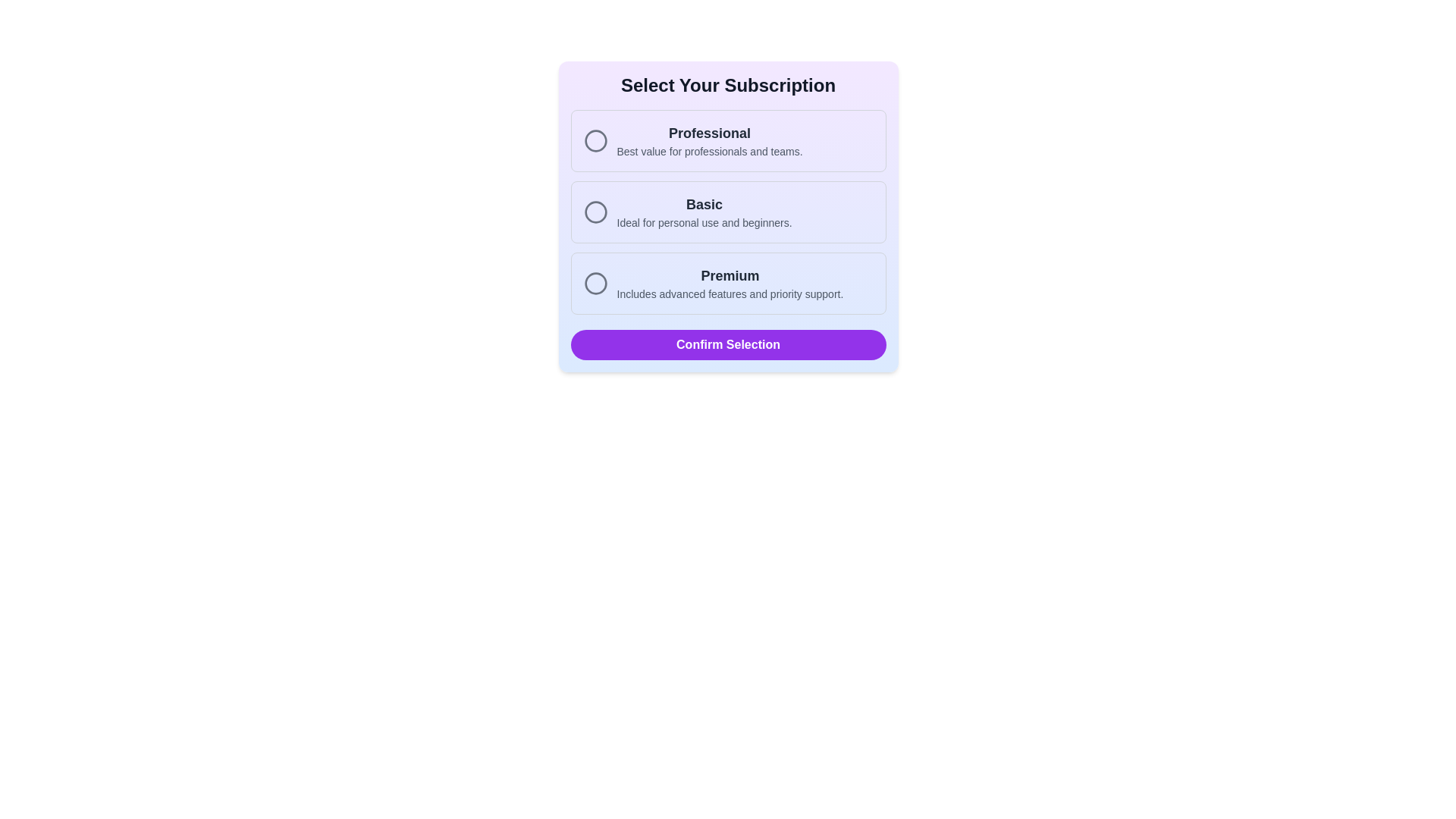  I want to click on the 'Professional' text label element, which is bold and dark gray, located above the subtitle 'Best value for professionals and teams.', so click(709, 133).